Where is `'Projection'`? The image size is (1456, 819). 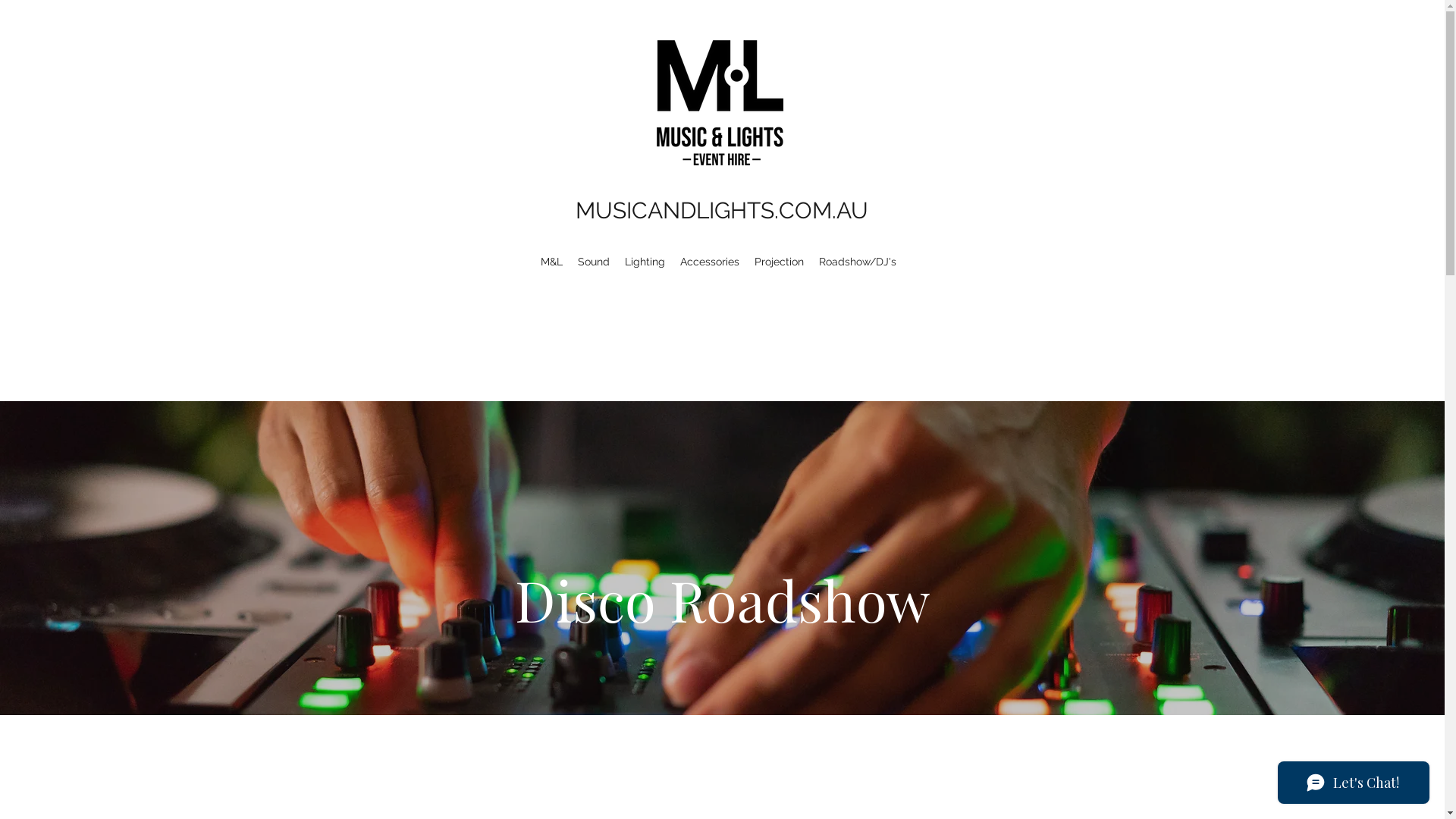
'Projection' is located at coordinates (746, 260).